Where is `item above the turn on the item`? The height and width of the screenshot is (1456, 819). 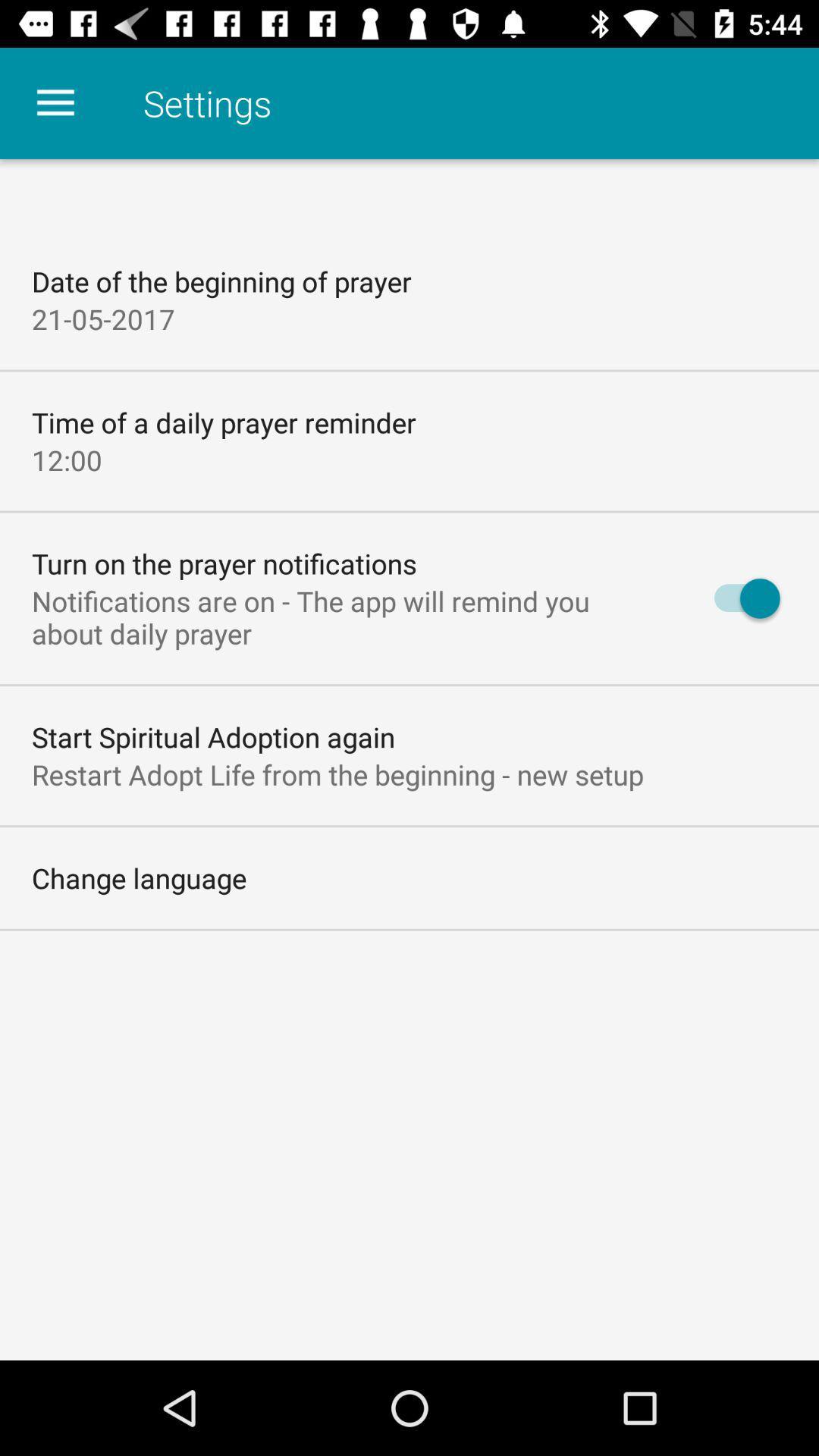
item above the turn on the item is located at coordinates (66, 459).